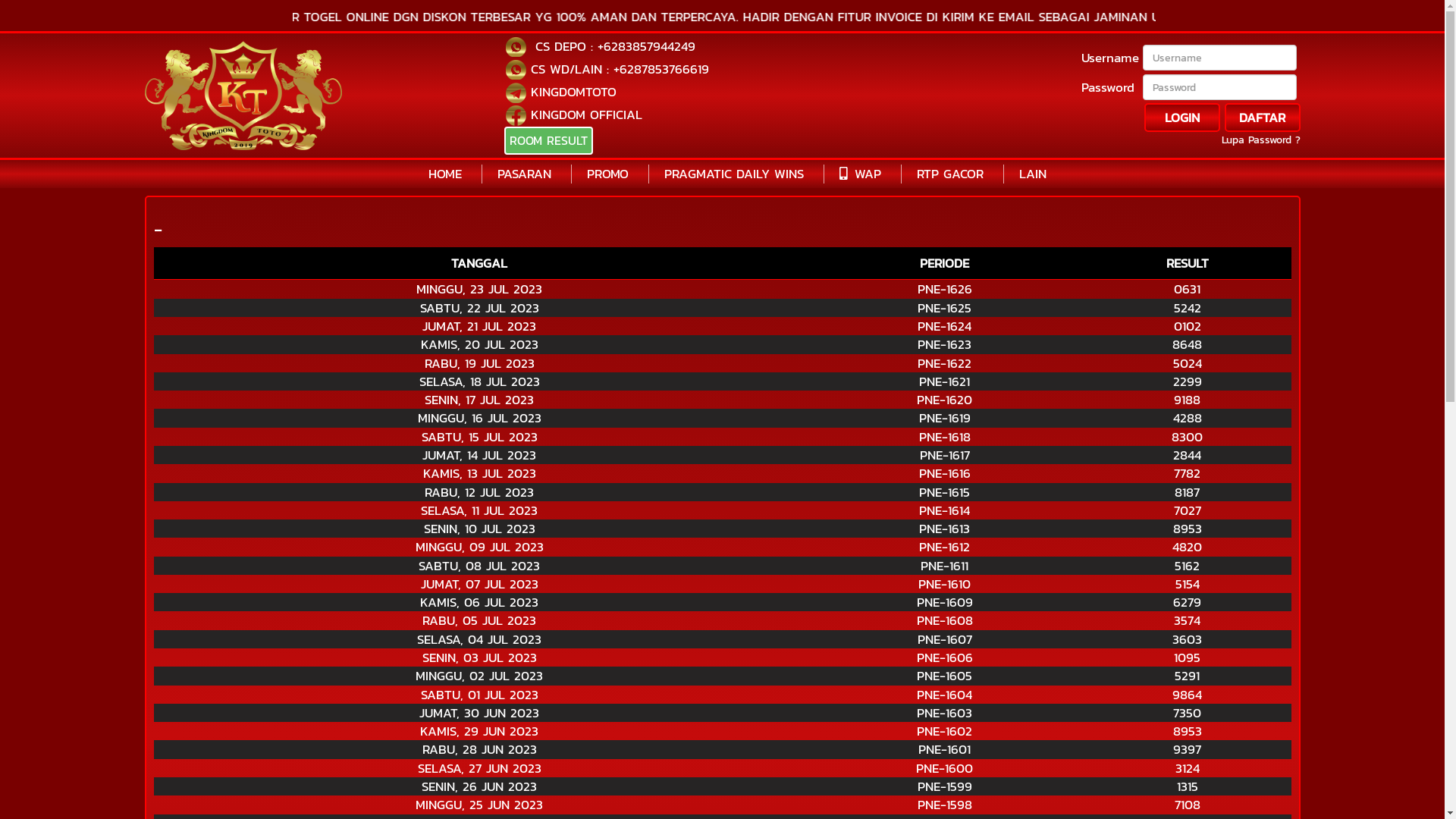 This screenshot has height=819, width=1456. What do you see at coordinates (573, 91) in the screenshot?
I see `'KINGDOMTOTO'` at bounding box center [573, 91].